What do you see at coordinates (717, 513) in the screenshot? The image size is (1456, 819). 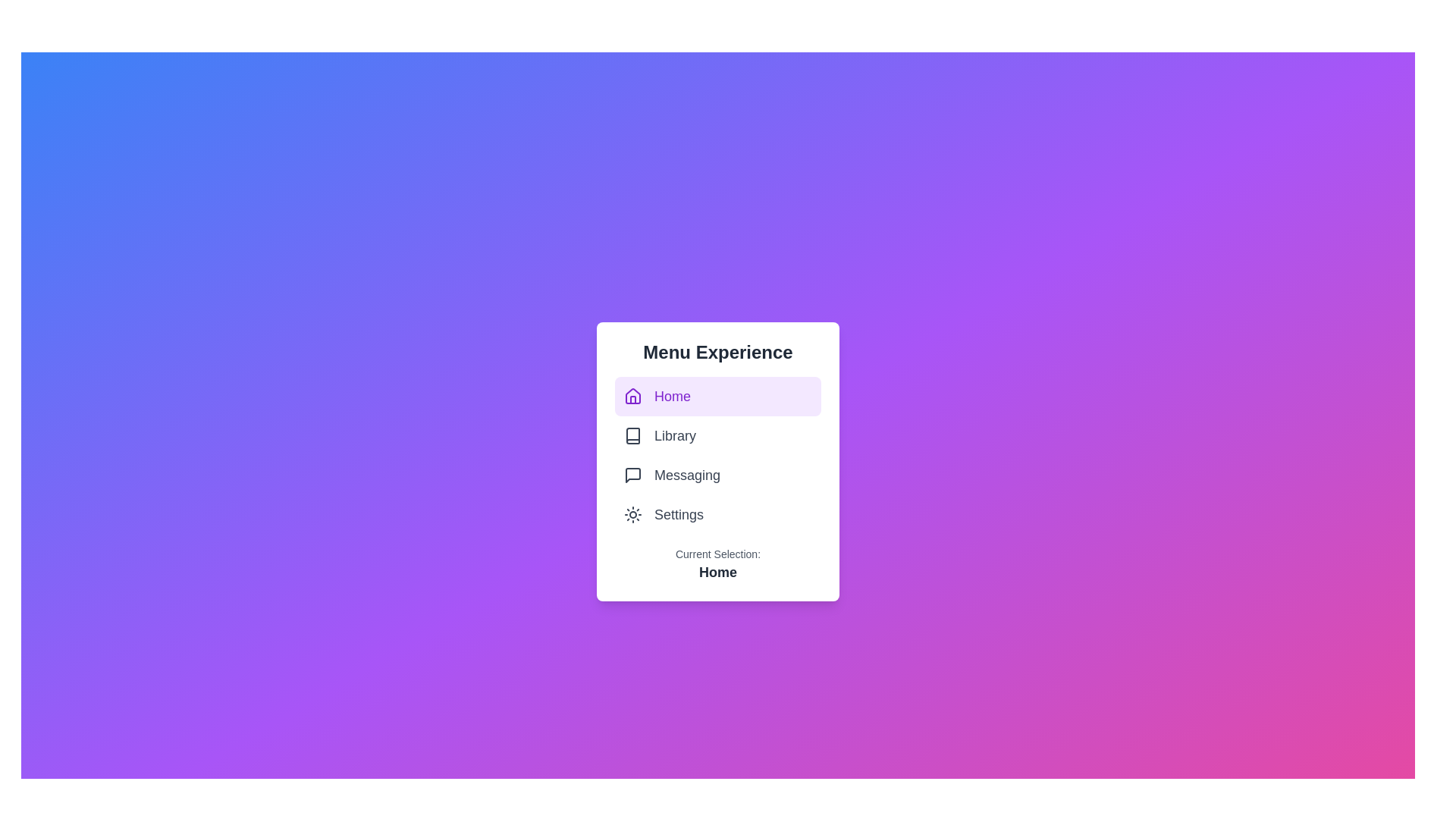 I see `the 'Settings' menu item to select it` at bounding box center [717, 513].